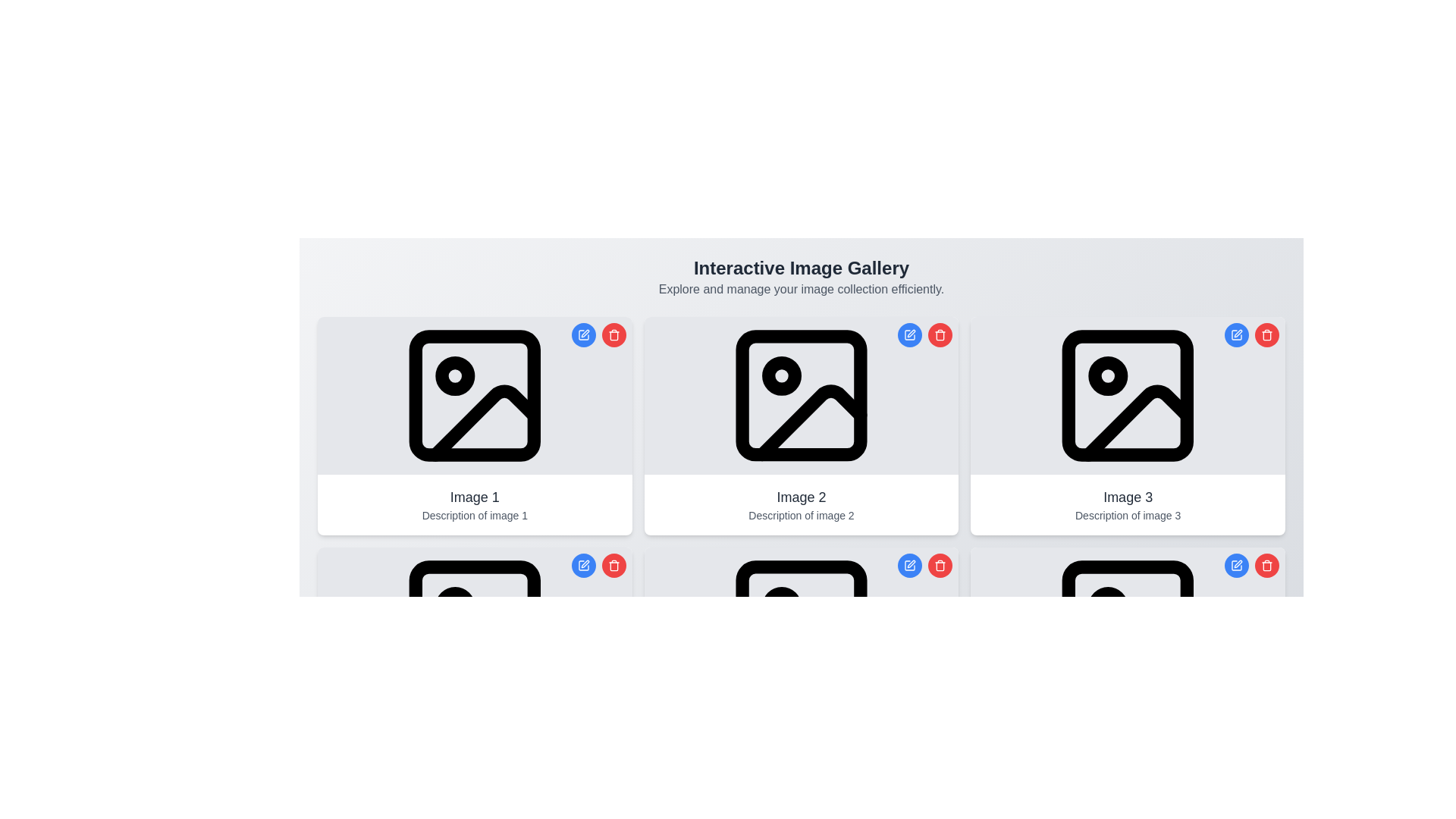 Image resolution: width=1456 pixels, height=819 pixels. Describe the element at coordinates (800, 289) in the screenshot. I see `the non-interactive text label that serves as an explanatory subtitle for the image gallery, positioned below the title 'Interactive Image Gallery'` at that location.